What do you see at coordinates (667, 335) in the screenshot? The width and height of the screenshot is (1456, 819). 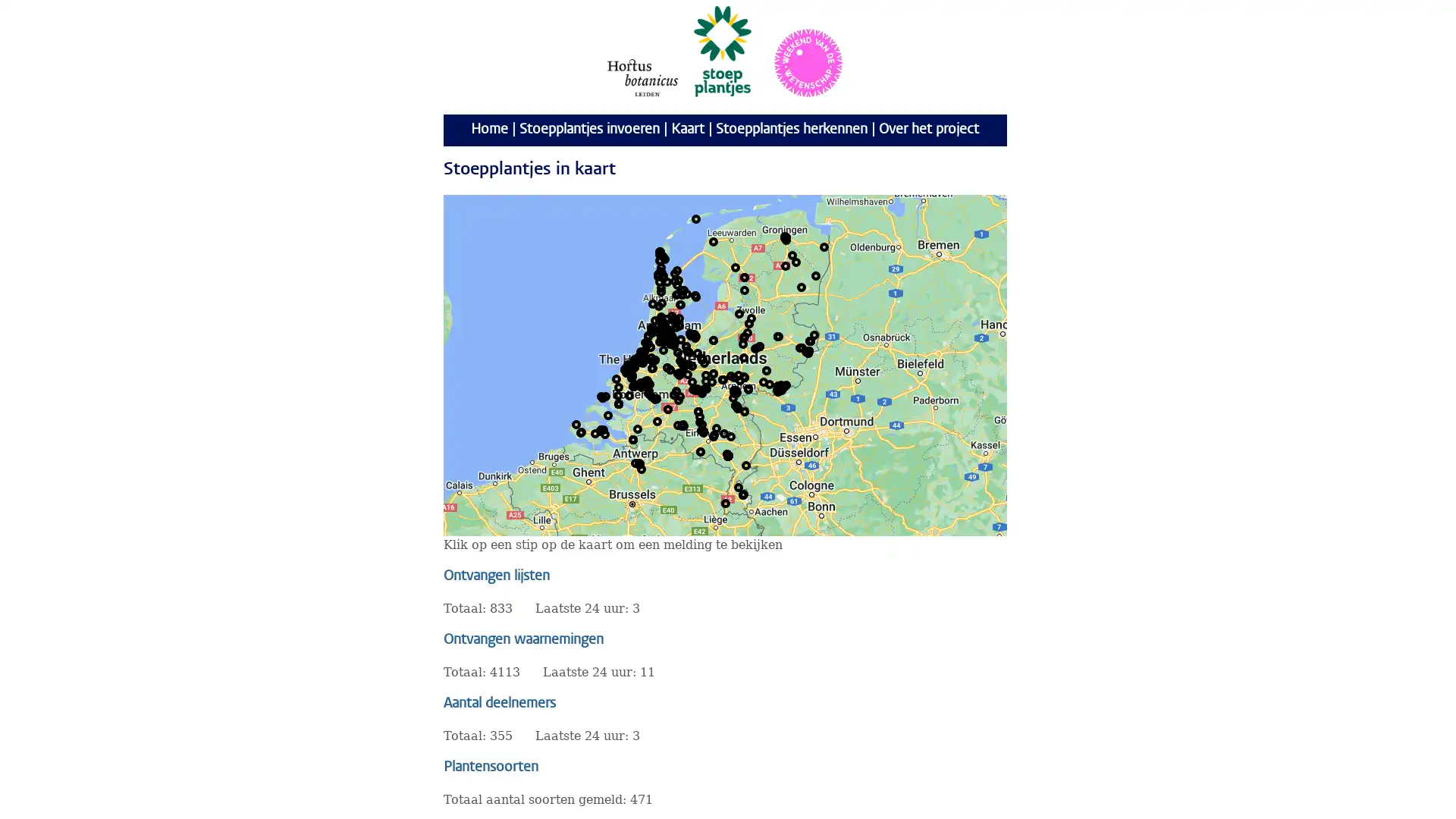 I see `Telling van Renee Meppelink op 09 november 2021` at bounding box center [667, 335].